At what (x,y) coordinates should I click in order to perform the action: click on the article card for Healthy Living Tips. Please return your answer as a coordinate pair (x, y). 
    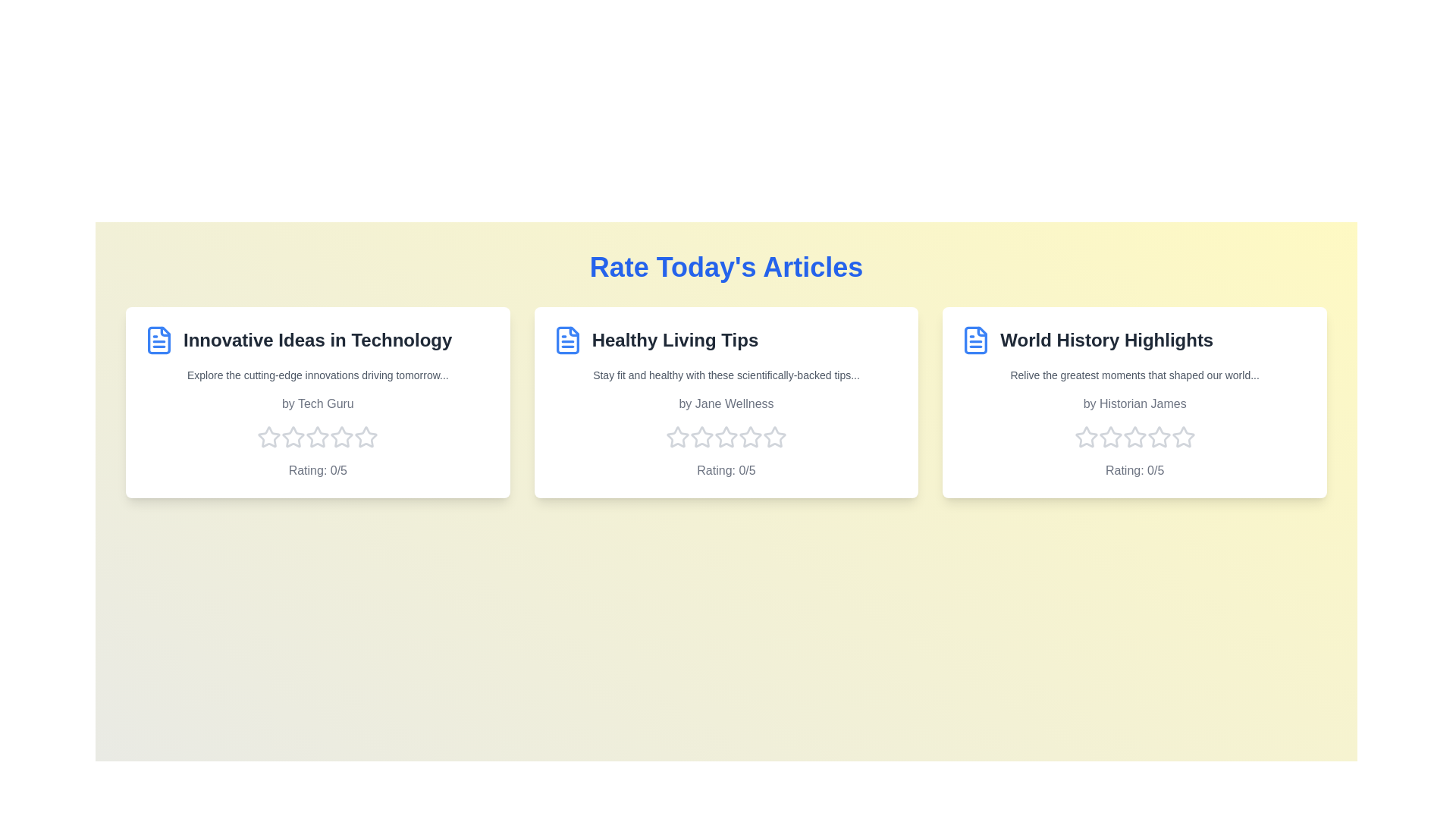
    Looking at the image, I should click on (726, 402).